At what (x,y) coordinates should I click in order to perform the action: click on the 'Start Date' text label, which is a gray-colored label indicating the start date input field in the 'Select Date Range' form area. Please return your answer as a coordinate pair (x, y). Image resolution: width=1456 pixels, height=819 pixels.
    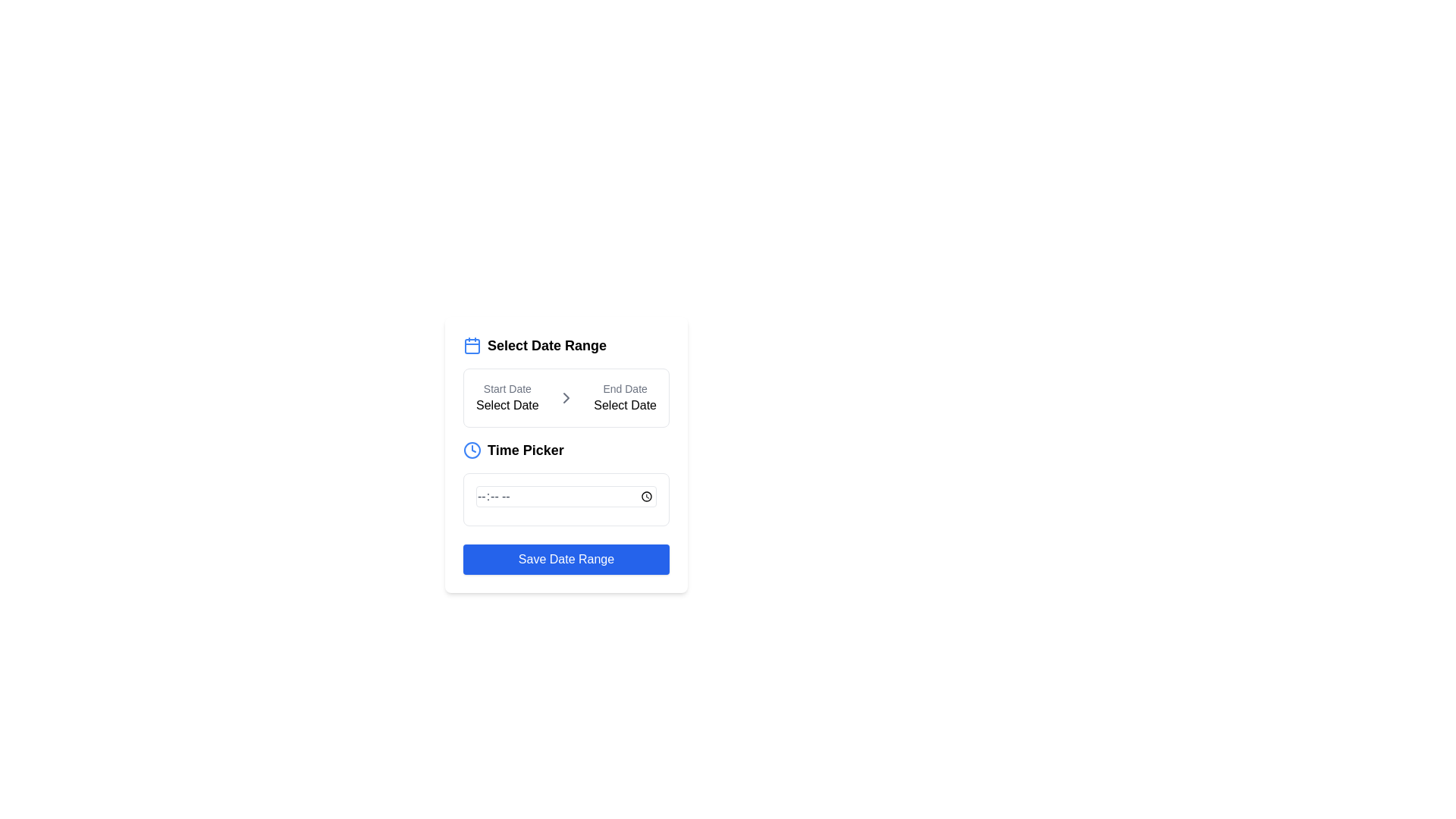
    Looking at the image, I should click on (507, 388).